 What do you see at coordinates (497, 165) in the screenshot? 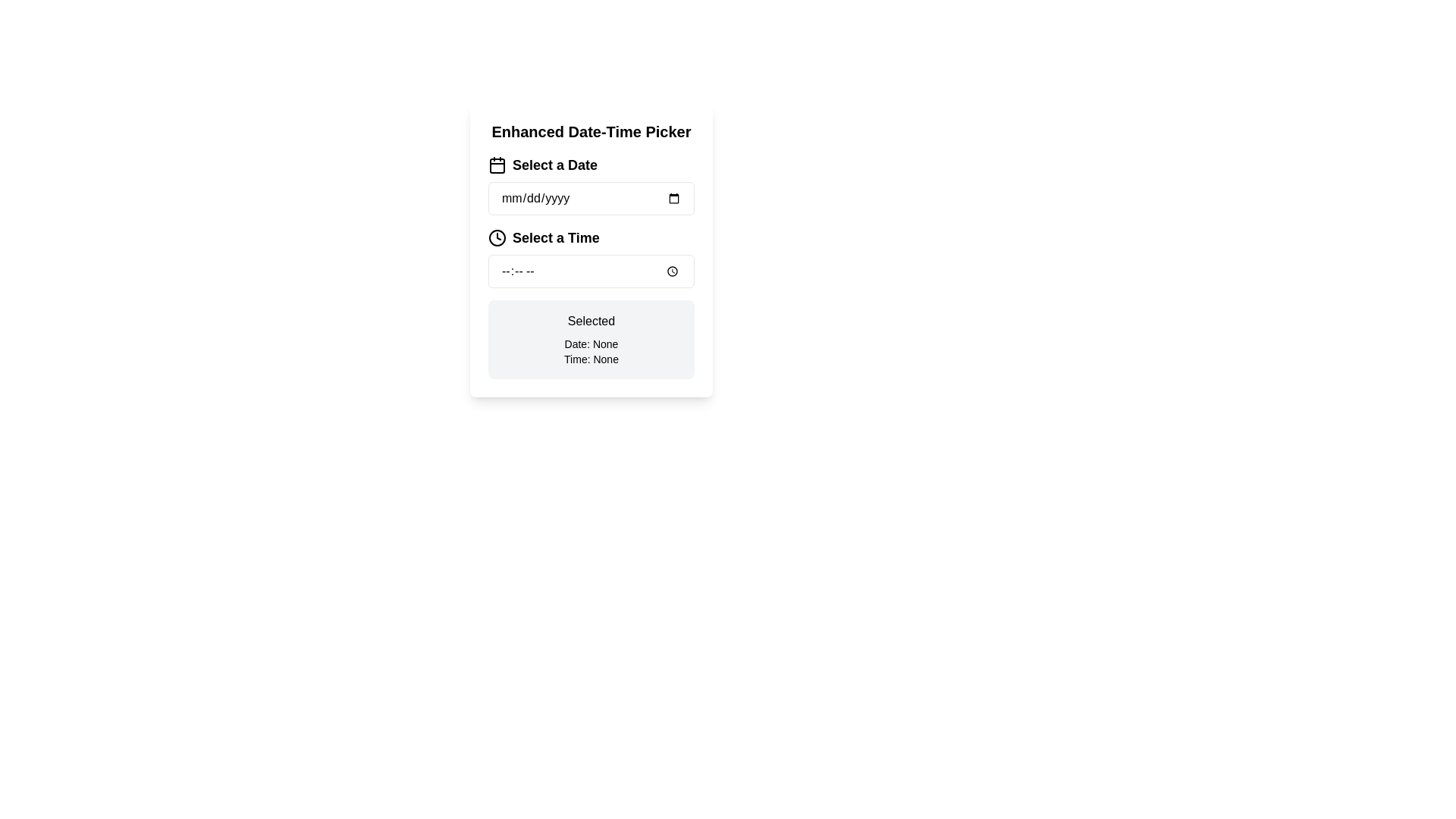
I see `the calendar icon located to the left of the label 'Select a Date' in the date and time picker tool interface` at bounding box center [497, 165].